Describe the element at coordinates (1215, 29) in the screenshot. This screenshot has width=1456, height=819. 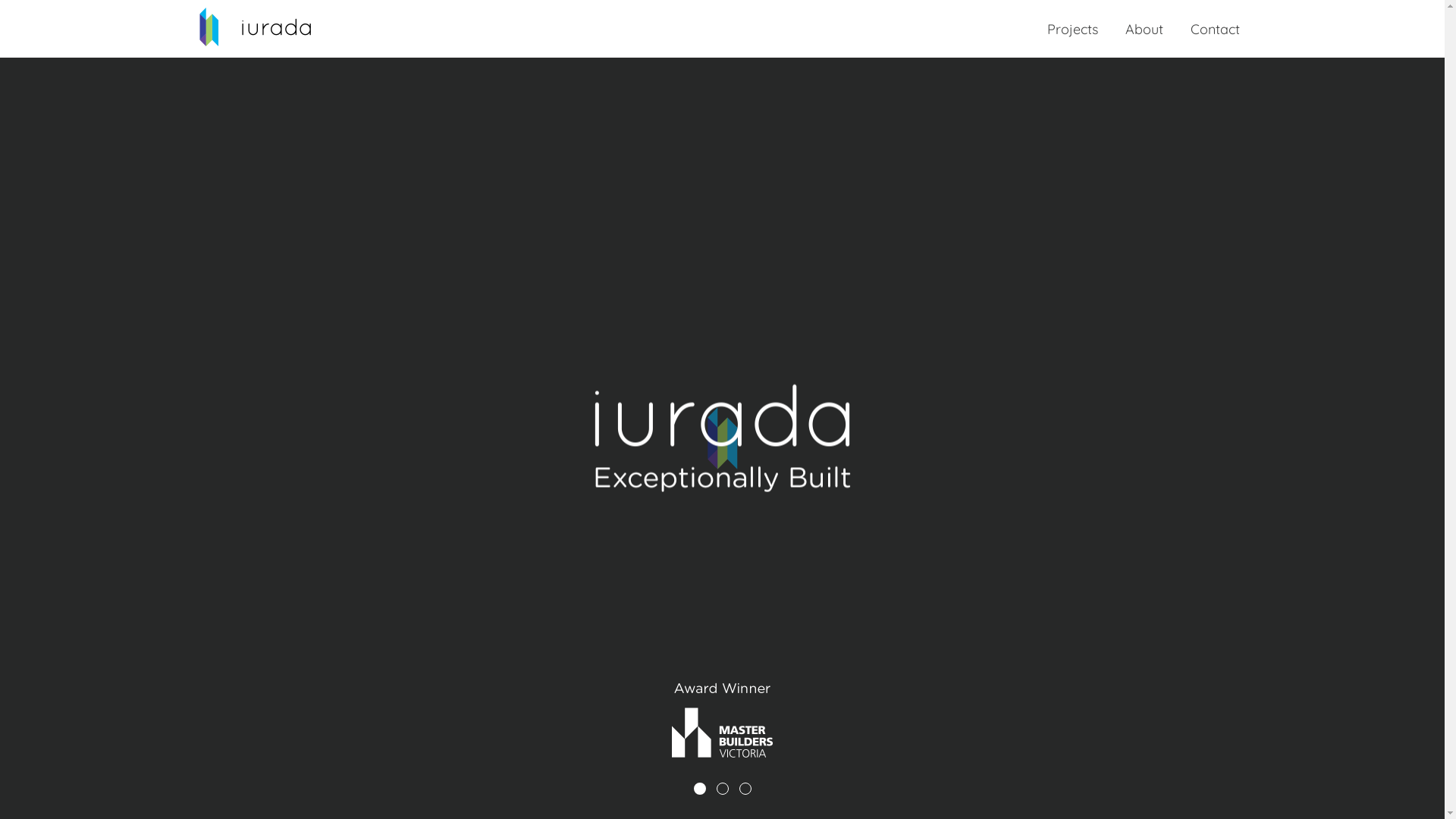
I see `'Contact'` at that location.